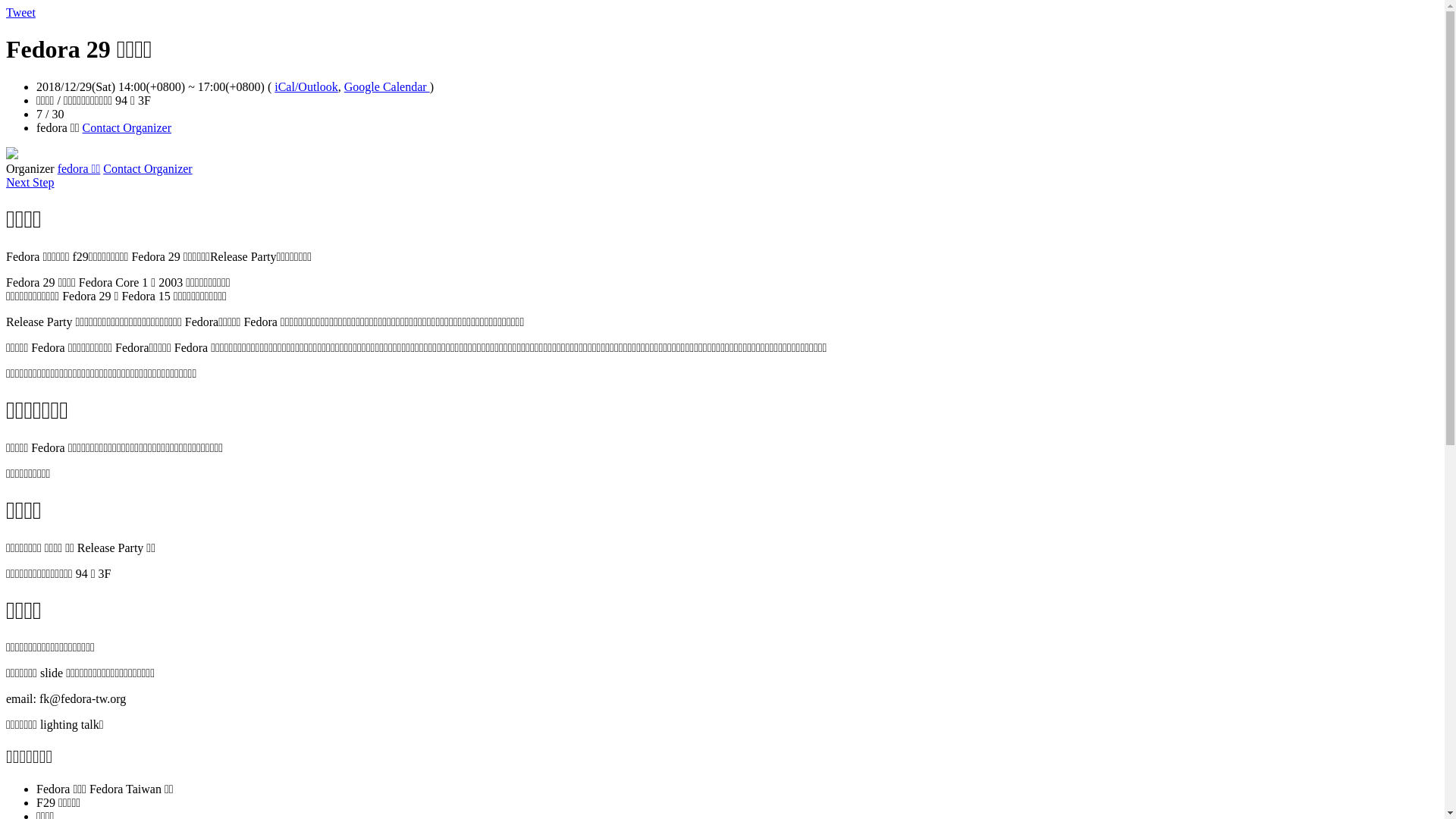 This screenshot has height=819, width=1456. I want to click on 'iCal/Outlook', so click(305, 86).